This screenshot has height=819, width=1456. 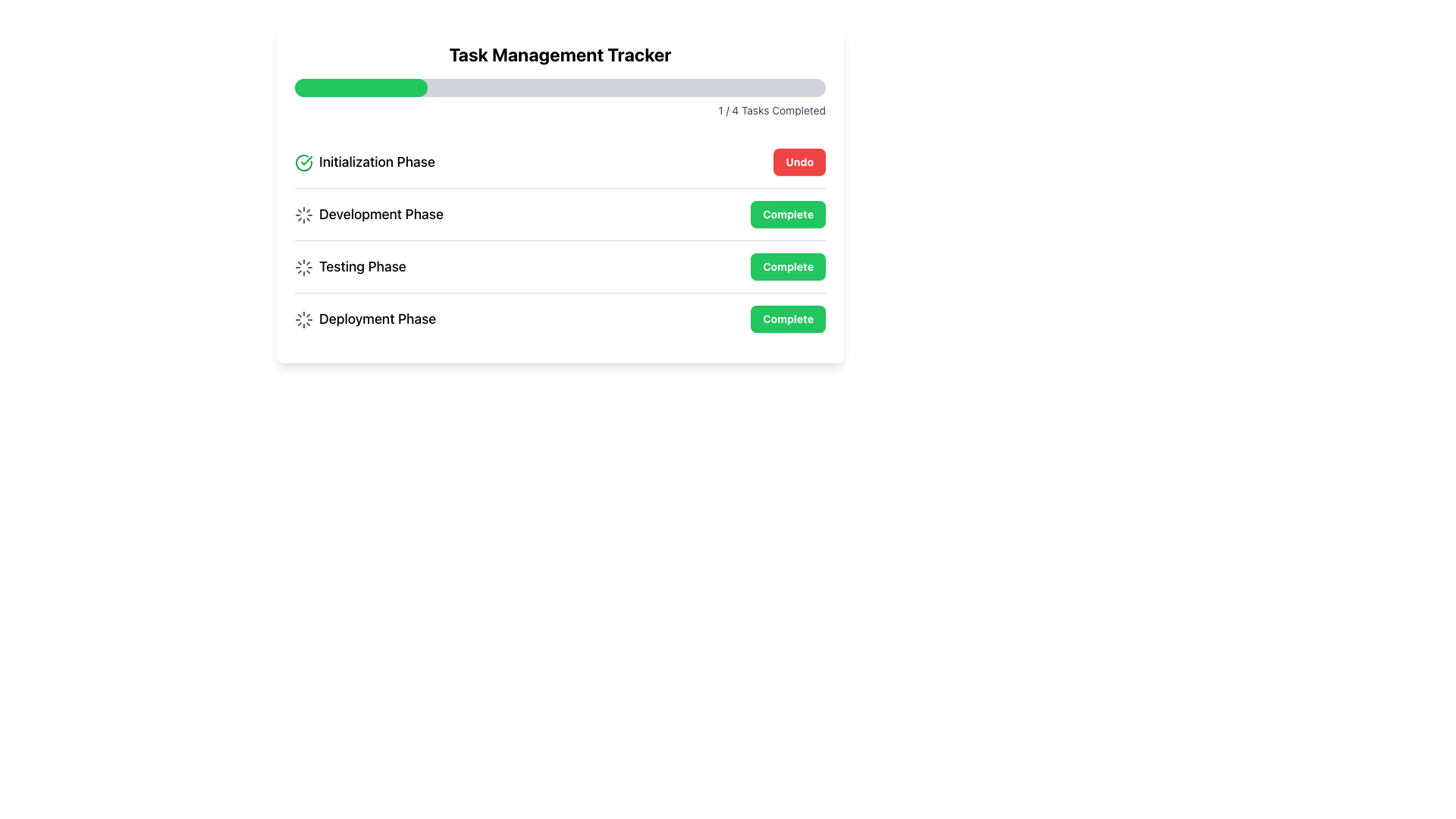 What do you see at coordinates (360, 87) in the screenshot?
I see `the green rectangular Progress Indicator that represents 25% of the progress bar, located below 'Task Management Tracker'` at bounding box center [360, 87].